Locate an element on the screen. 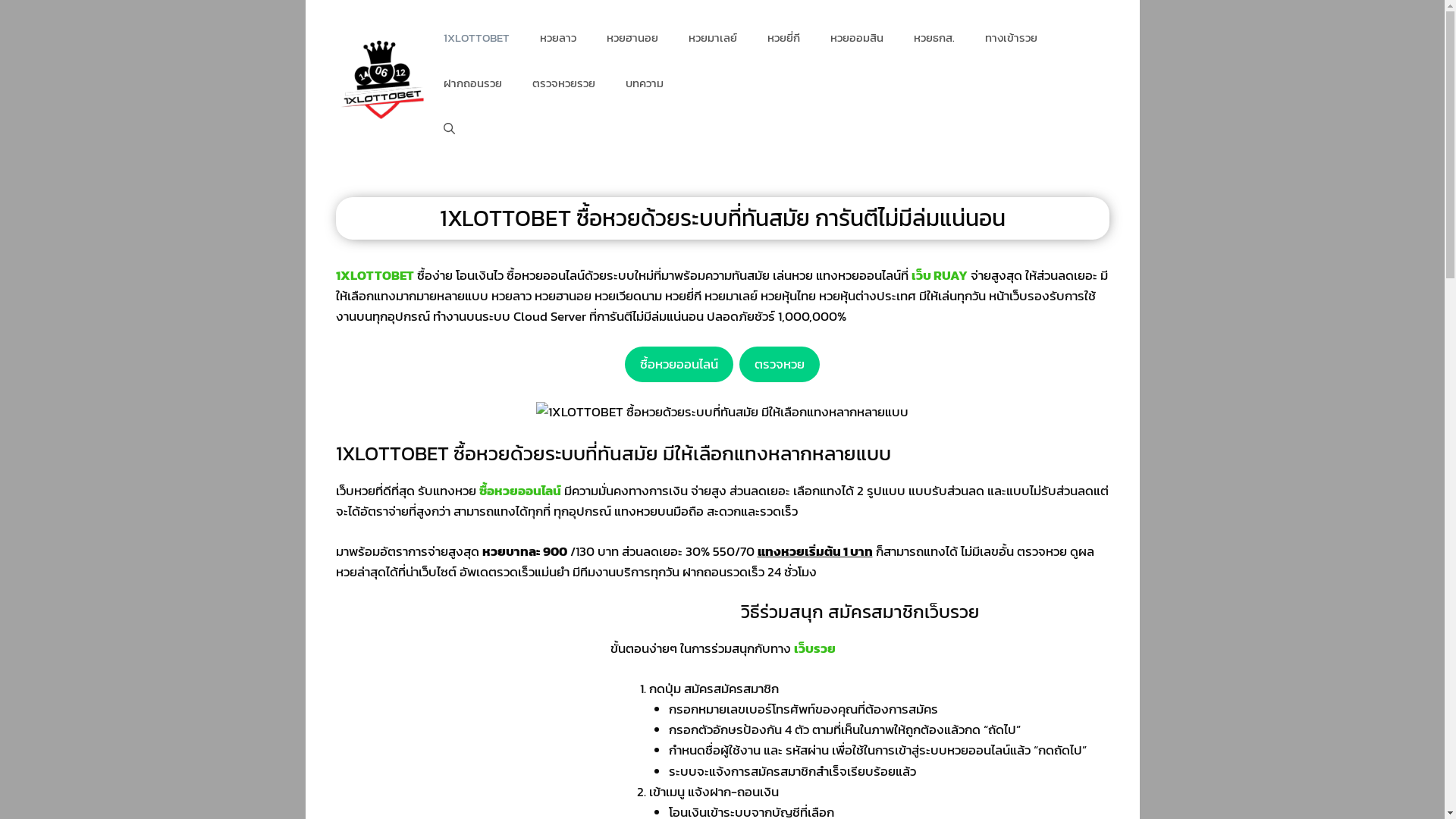 This screenshot has width=1456, height=819. '1XLOTTOBET' is located at coordinates (475, 37).